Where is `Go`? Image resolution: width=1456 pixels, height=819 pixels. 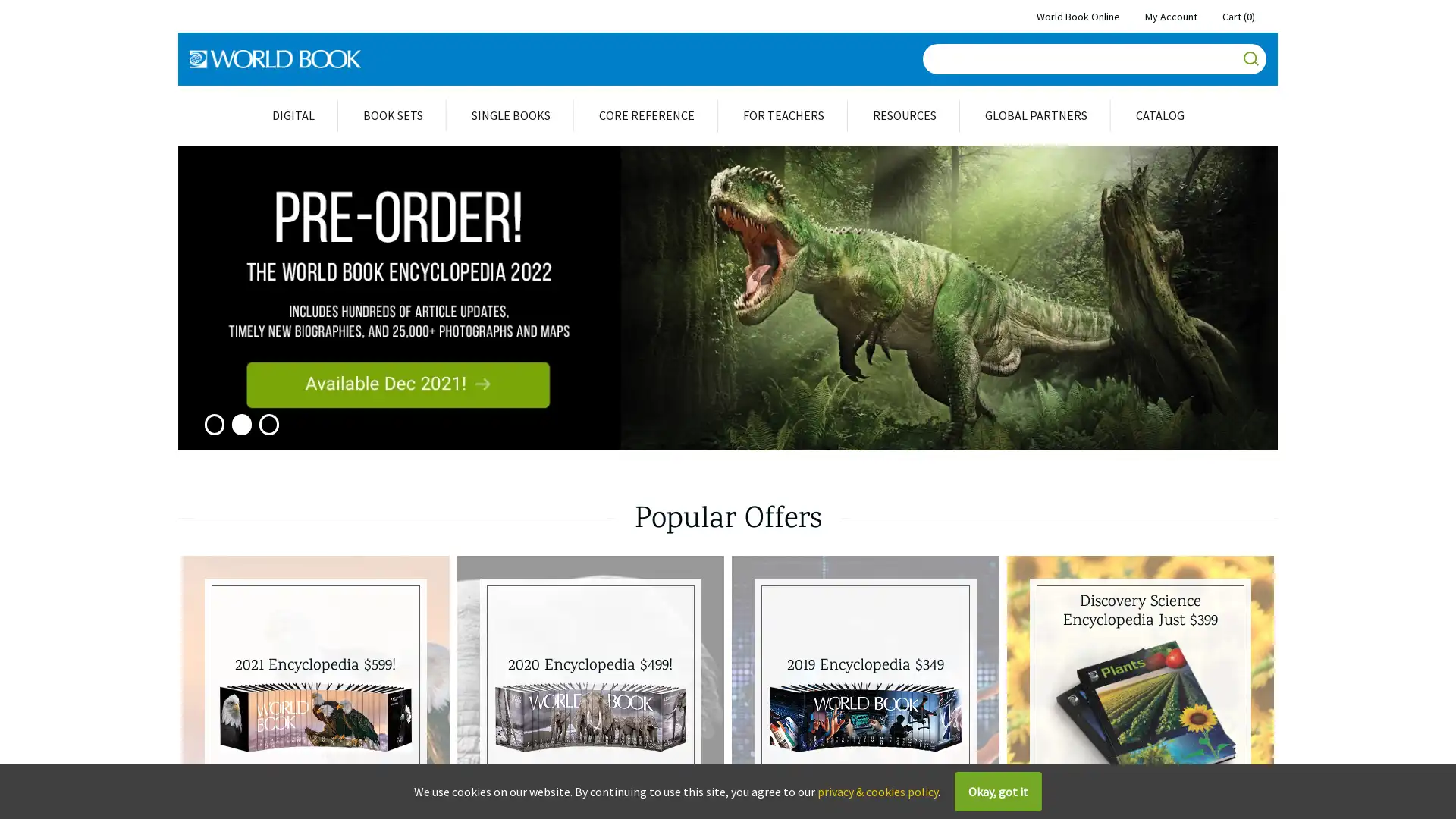 Go is located at coordinates (1250, 58).